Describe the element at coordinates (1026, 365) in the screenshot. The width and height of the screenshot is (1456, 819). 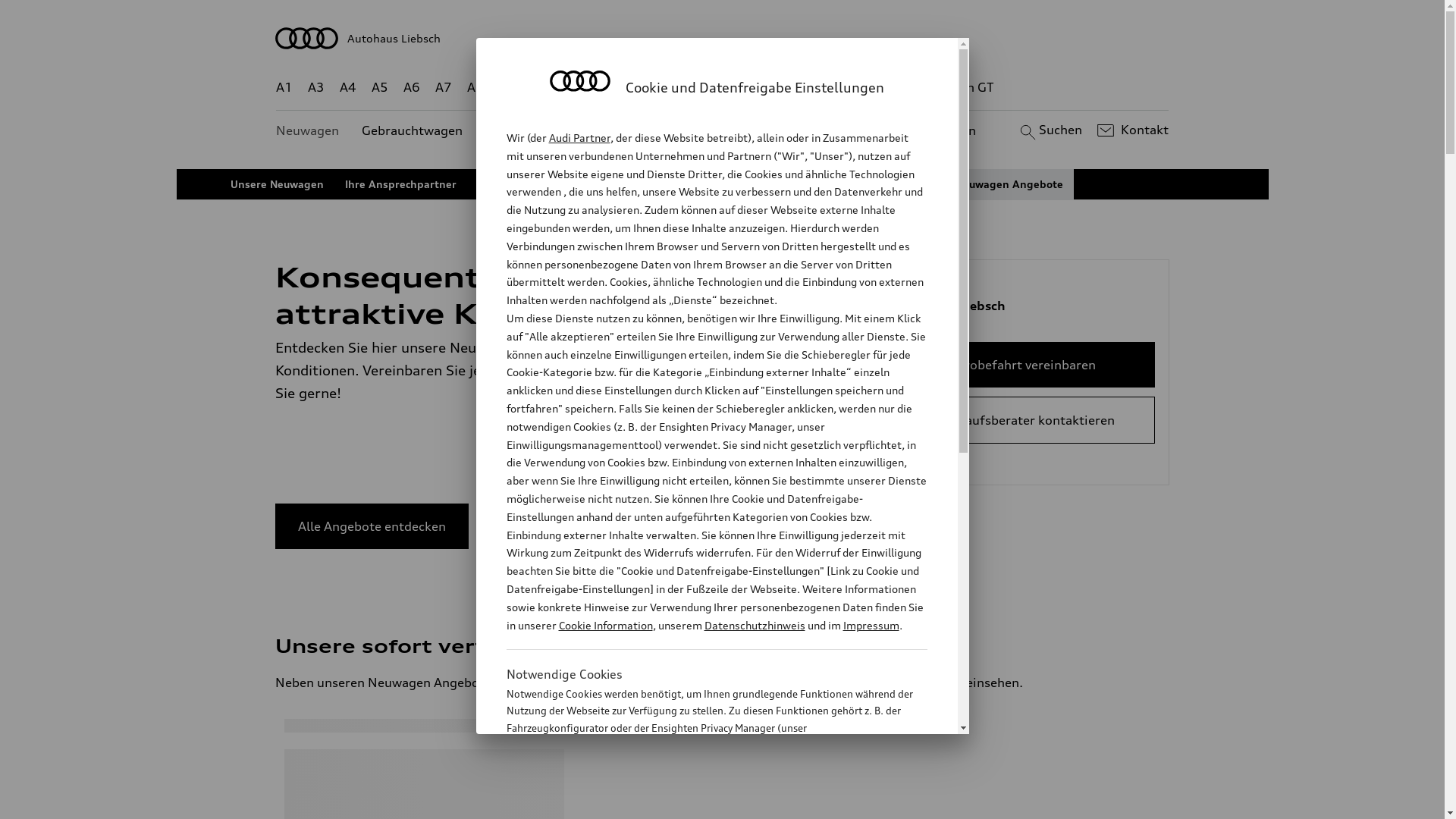
I see `'Probefahrt vereinbaren'` at that location.